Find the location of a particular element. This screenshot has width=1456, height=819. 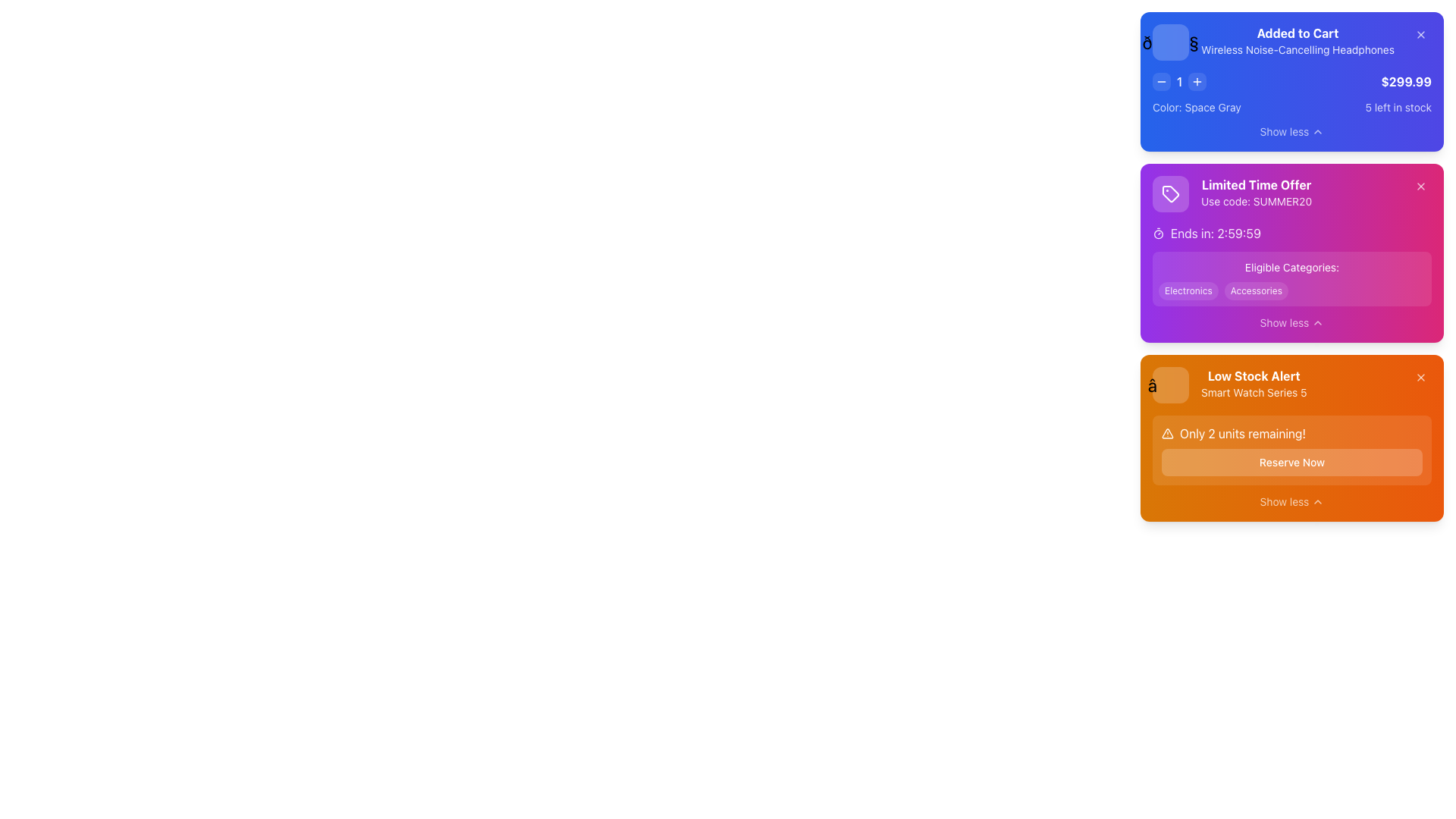

the white-colored numerical digit '1' displayed in medium-weight sans-serif font, which is located between the decrement and increment buttons in a blue-themed interface is located at coordinates (1178, 82).